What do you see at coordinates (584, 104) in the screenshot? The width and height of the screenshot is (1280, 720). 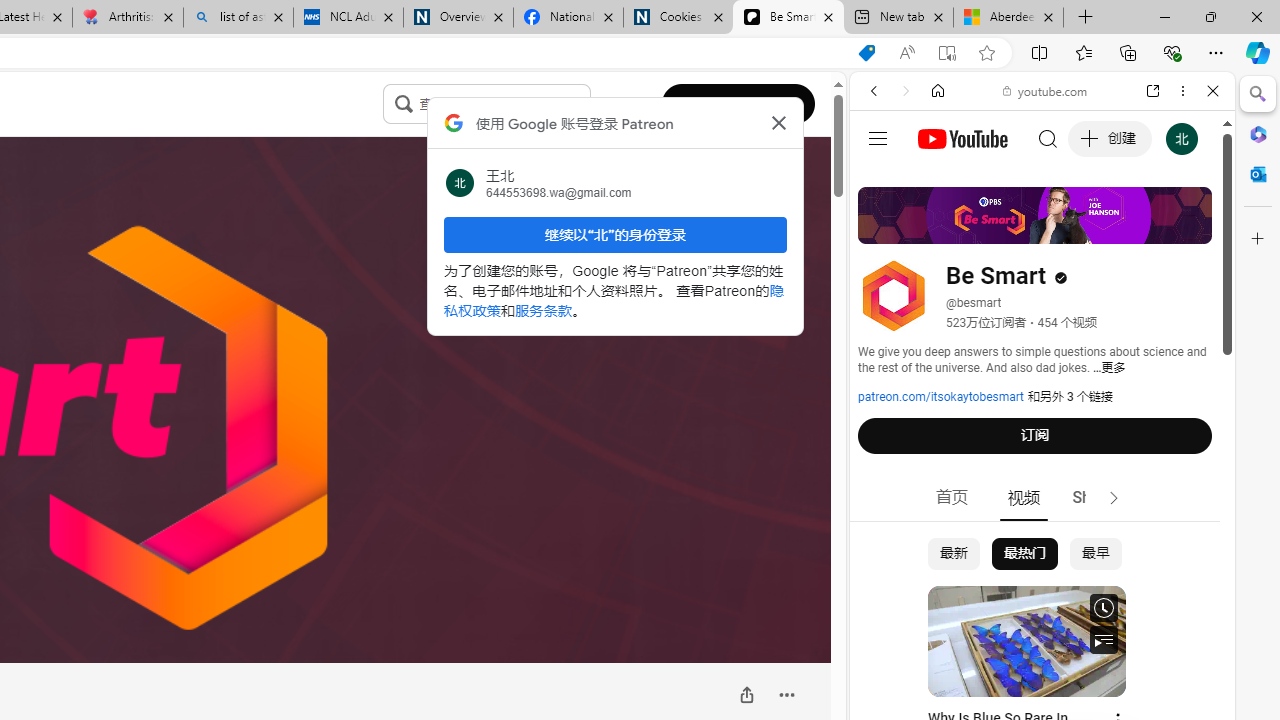 I see `'Class: sc-gUQvok bqiJlM'` at bounding box center [584, 104].